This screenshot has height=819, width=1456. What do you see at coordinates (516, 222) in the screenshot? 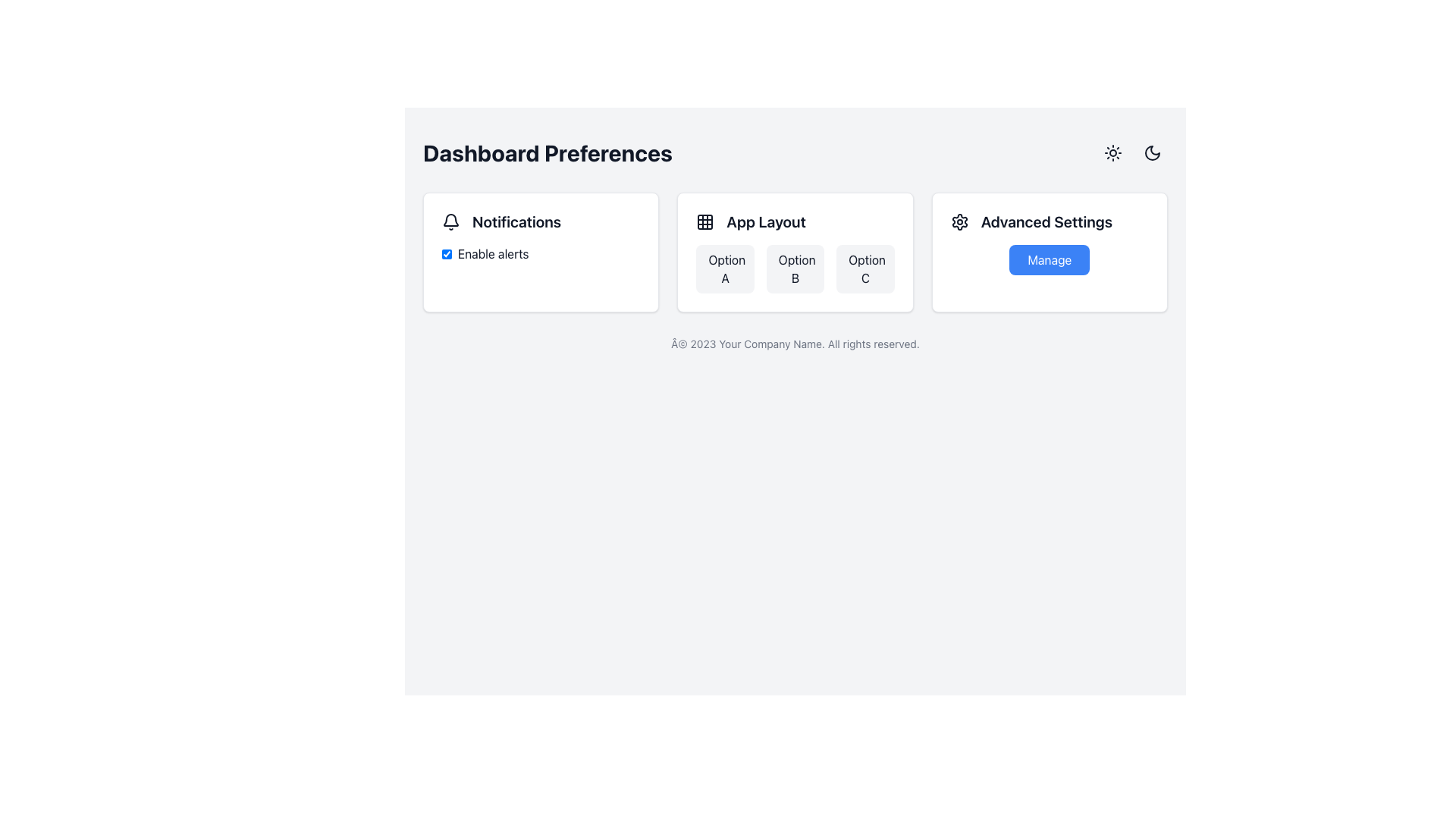
I see `the static text label displaying 'Notifications', which is styled in bold and larger font, located next to a bell icon in the 'Notifications' section` at bounding box center [516, 222].